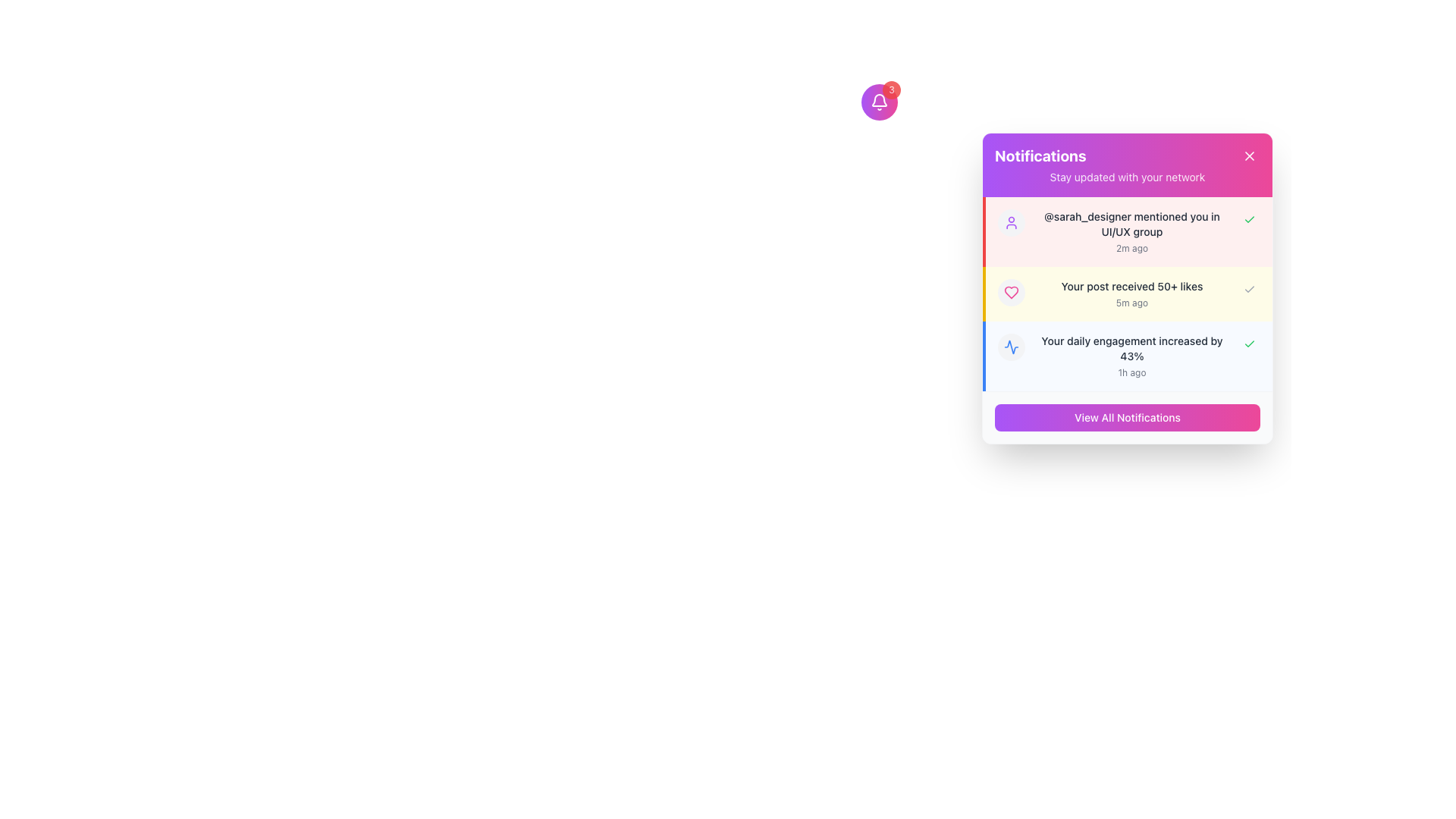 The image size is (1456, 819). Describe the element at coordinates (1131, 294) in the screenshot. I see `text from the second notification in the notification list panel, which indicates the popularity of a recent post with over 50 likes in the last 5 minutes` at that location.